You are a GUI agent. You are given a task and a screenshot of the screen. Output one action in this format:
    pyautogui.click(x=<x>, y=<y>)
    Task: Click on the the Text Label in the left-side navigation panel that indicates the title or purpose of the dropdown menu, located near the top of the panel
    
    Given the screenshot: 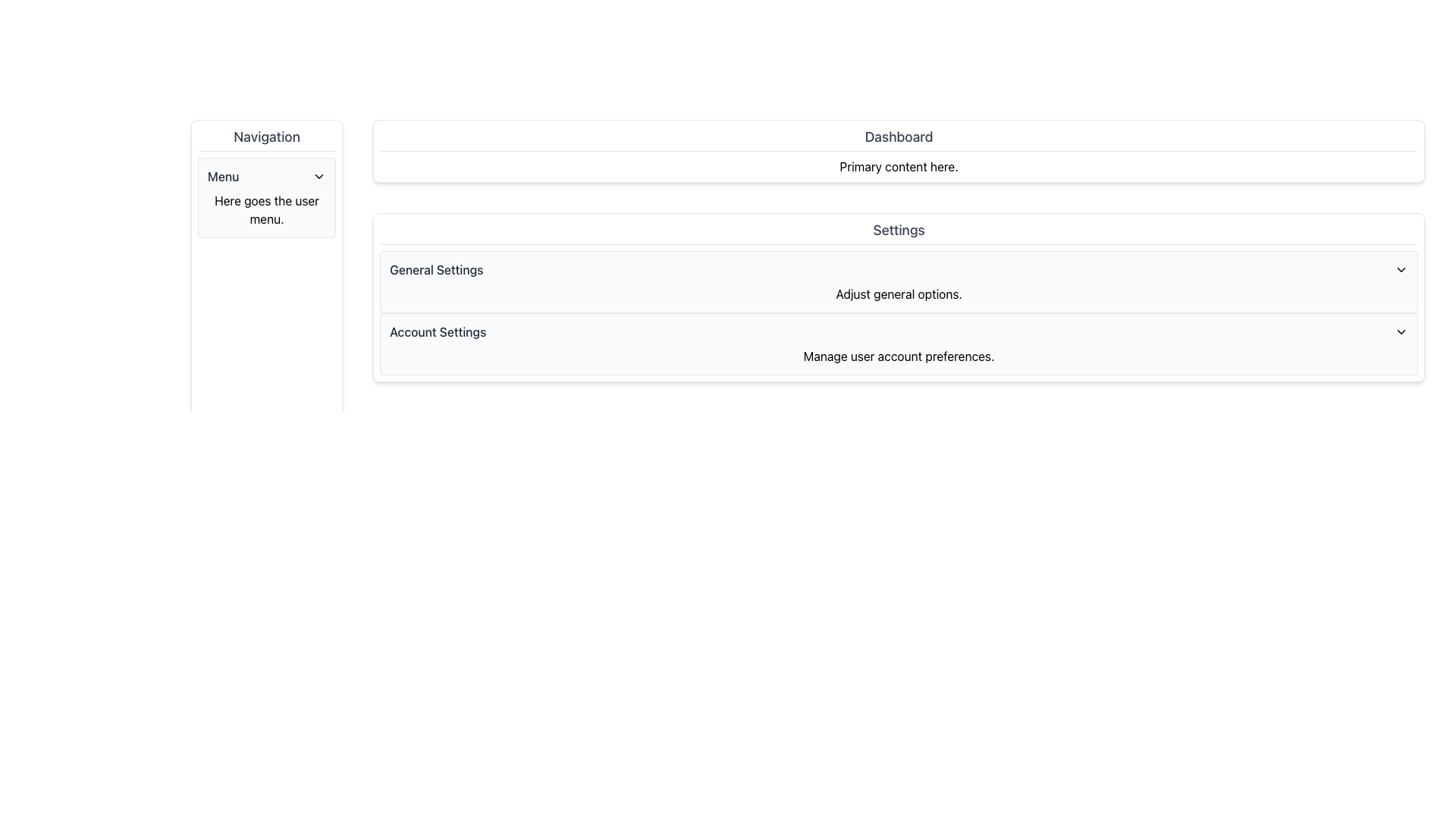 What is the action you would take?
    pyautogui.click(x=222, y=175)
    